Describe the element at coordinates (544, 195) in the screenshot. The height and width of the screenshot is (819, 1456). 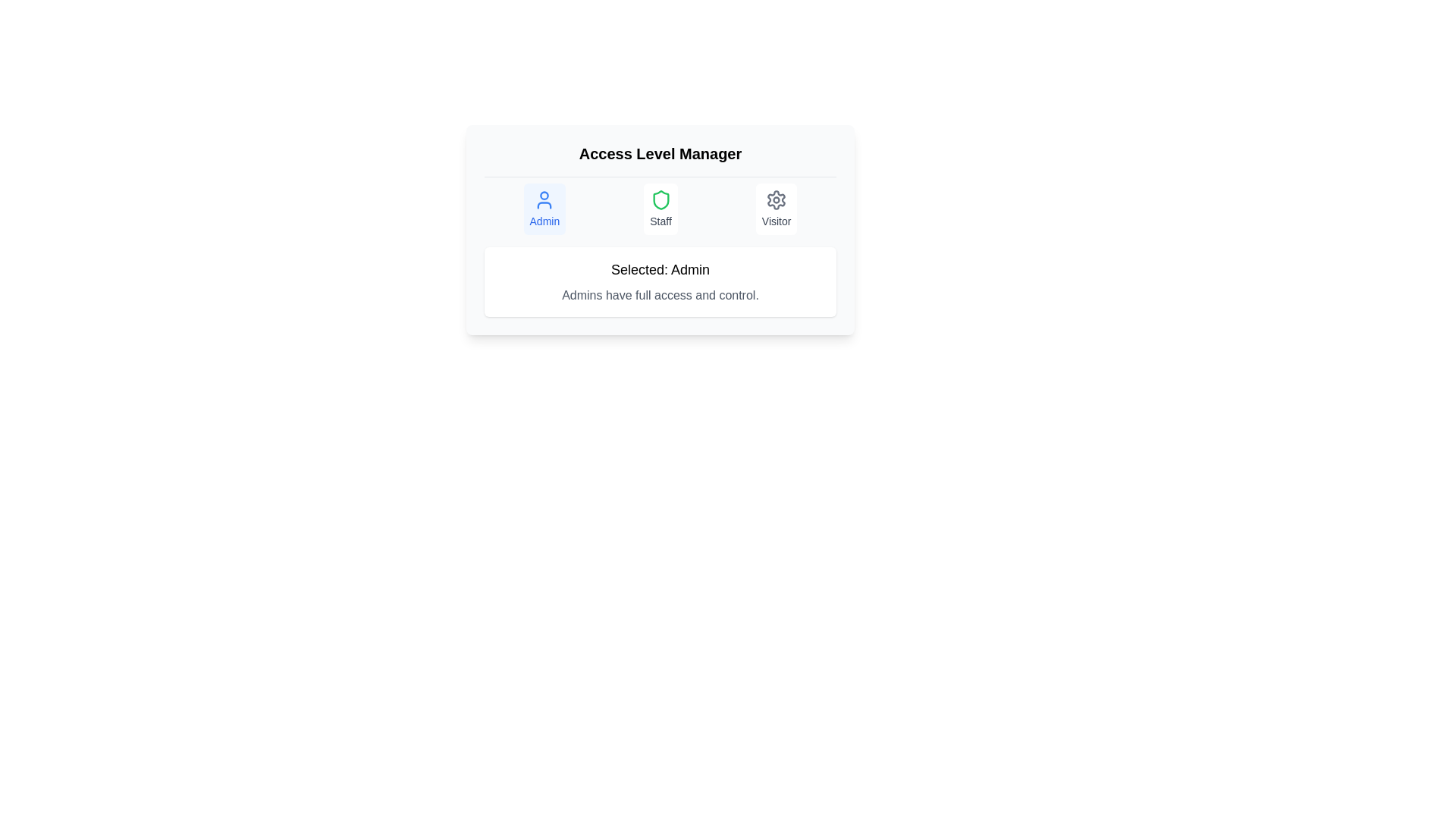
I see `the circular graphical component that represents the head in the user profile icon, which is part of an SVG illustration and is the first of three icons below the 'Access Level Manager' heading` at that location.